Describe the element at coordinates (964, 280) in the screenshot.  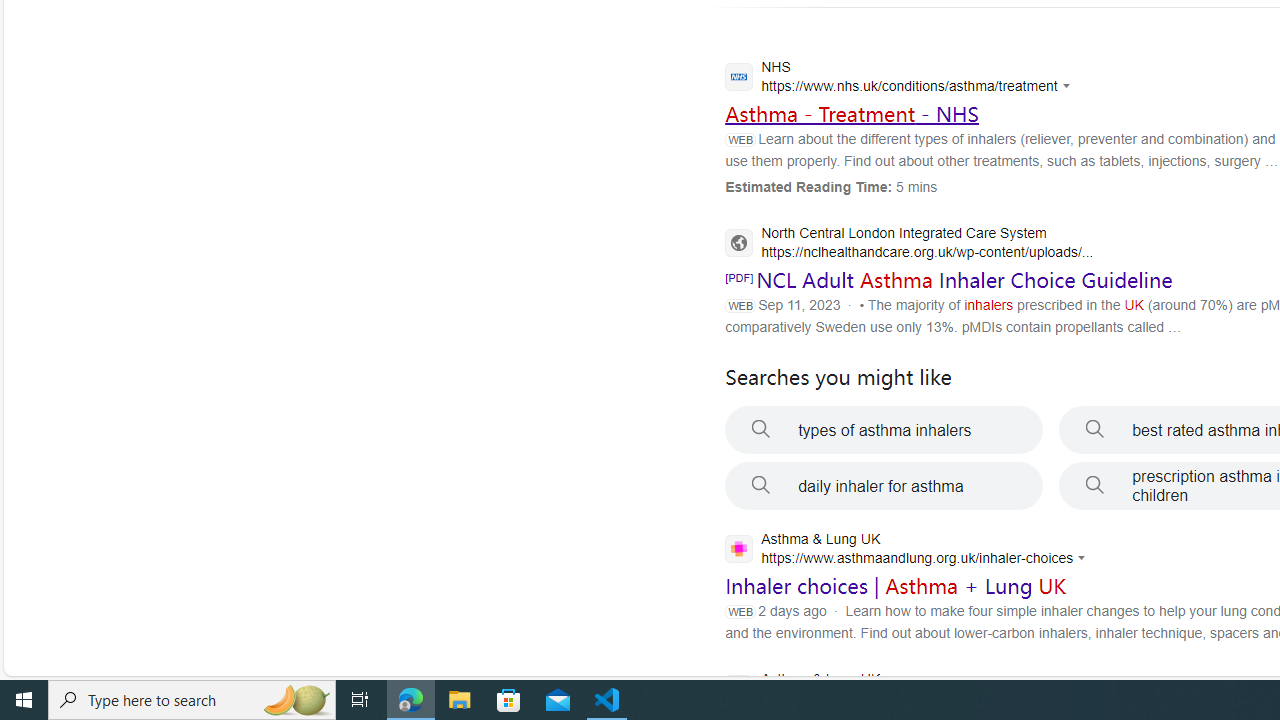
I see `'NCL Adult Asthma Inhaler Choice Guideline'` at that location.